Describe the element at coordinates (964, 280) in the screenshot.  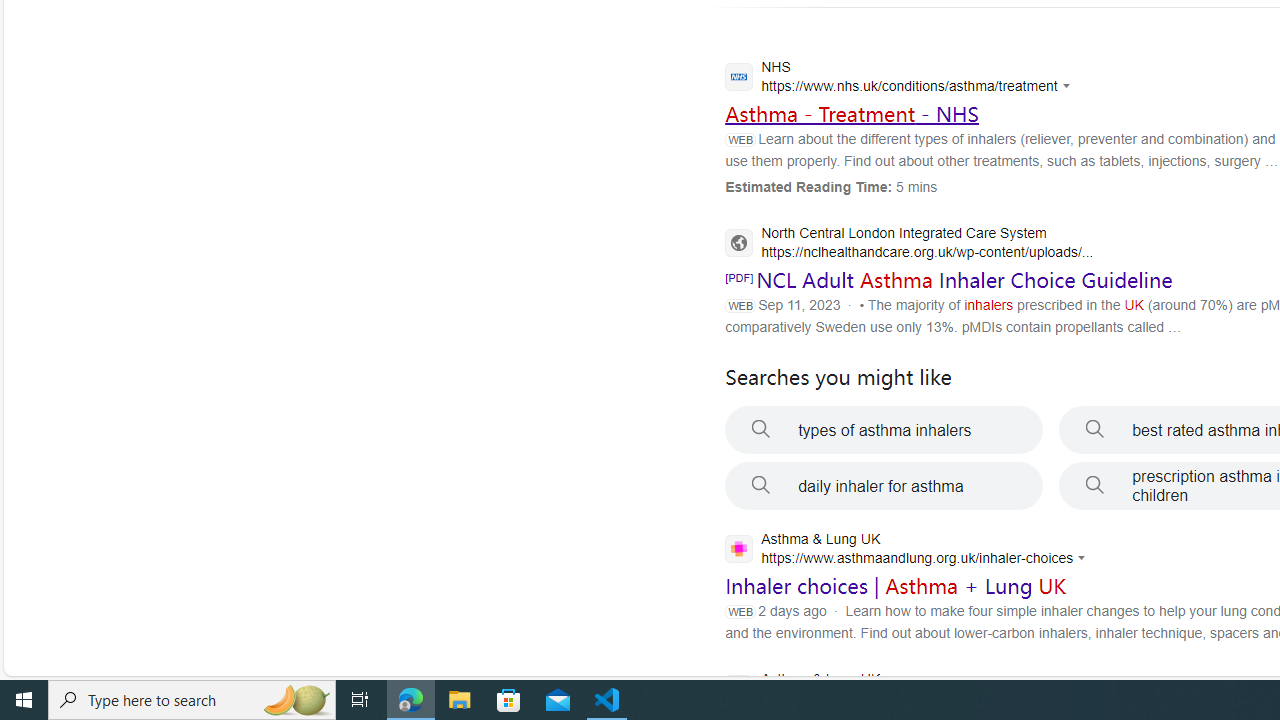
I see `'NCL Adult Asthma Inhaler Choice Guideline'` at that location.